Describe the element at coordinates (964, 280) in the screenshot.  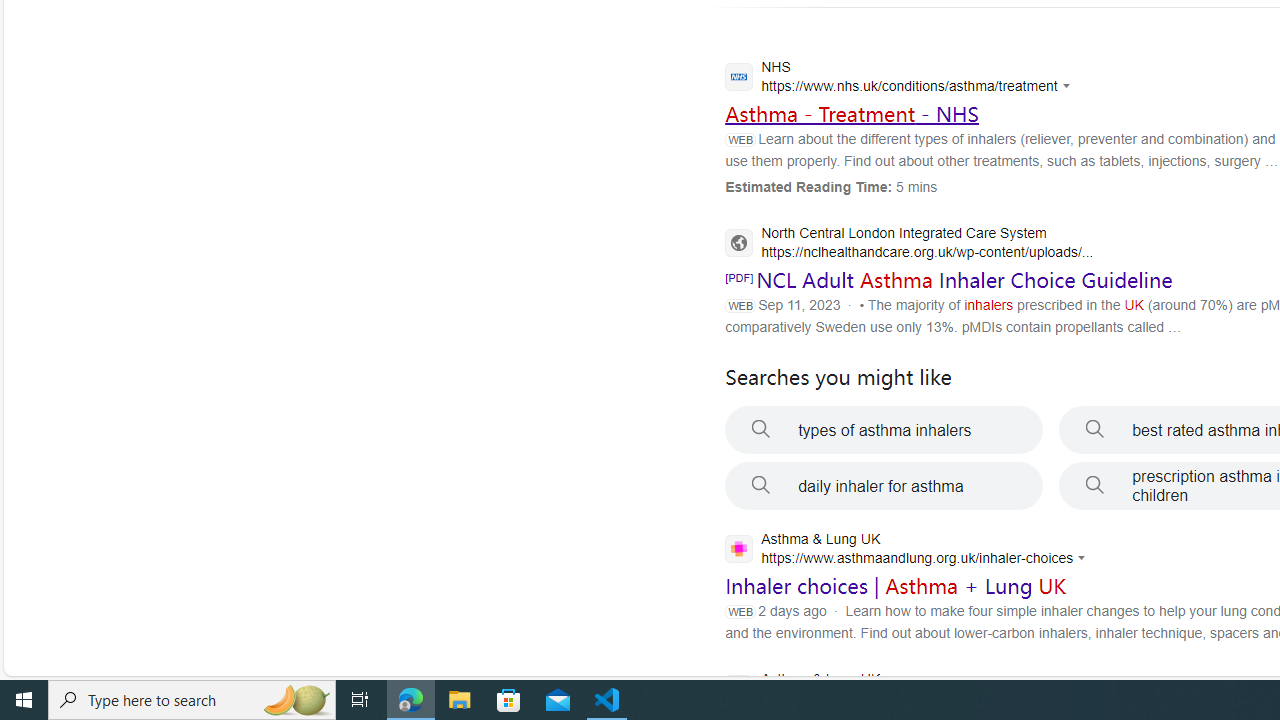
I see `'NCL Adult Asthma Inhaler Choice Guideline'` at that location.